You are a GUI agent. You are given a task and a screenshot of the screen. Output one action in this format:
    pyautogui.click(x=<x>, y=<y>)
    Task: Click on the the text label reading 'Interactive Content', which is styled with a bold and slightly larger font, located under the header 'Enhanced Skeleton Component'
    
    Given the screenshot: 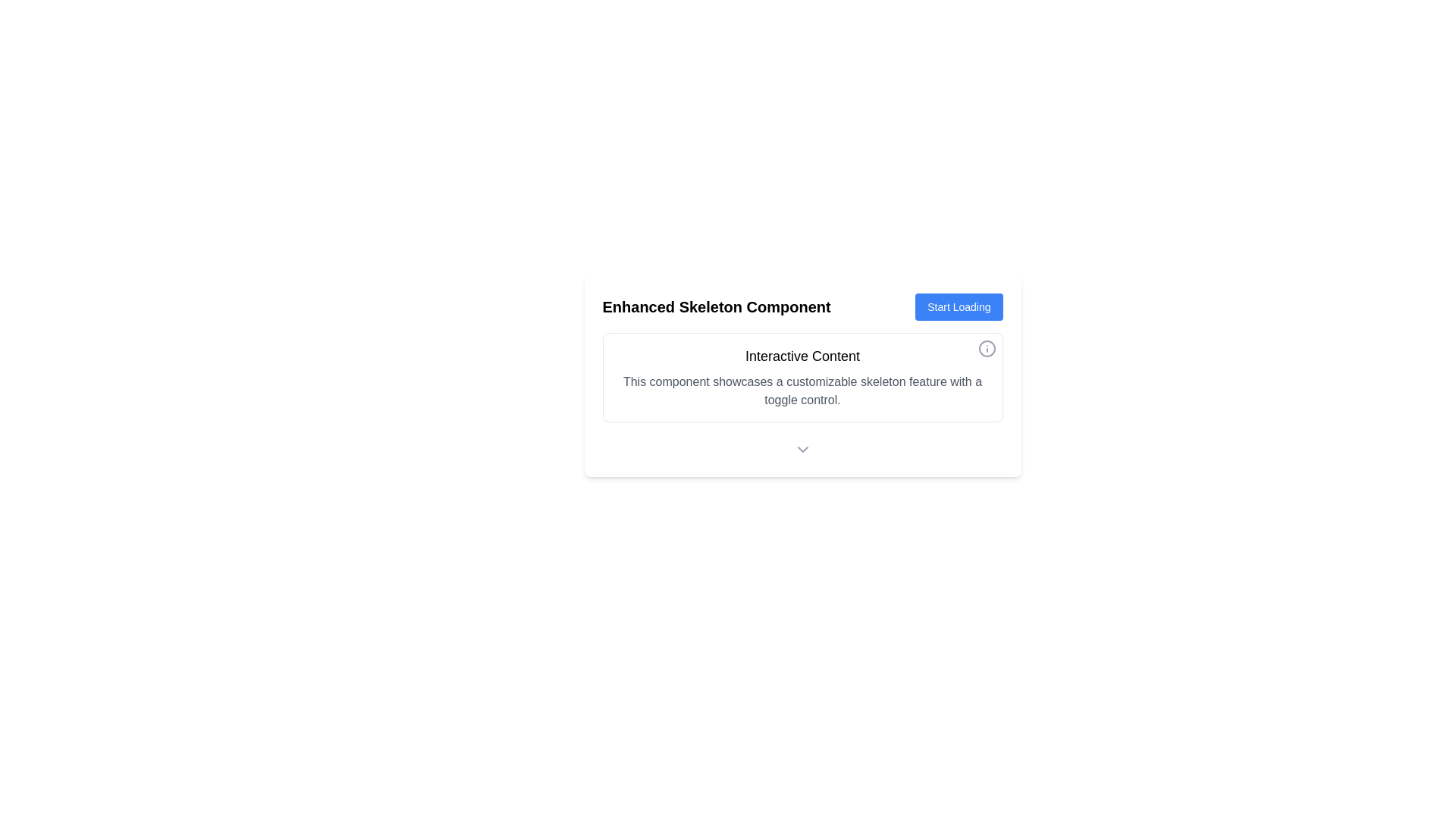 What is the action you would take?
    pyautogui.click(x=802, y=356)
    